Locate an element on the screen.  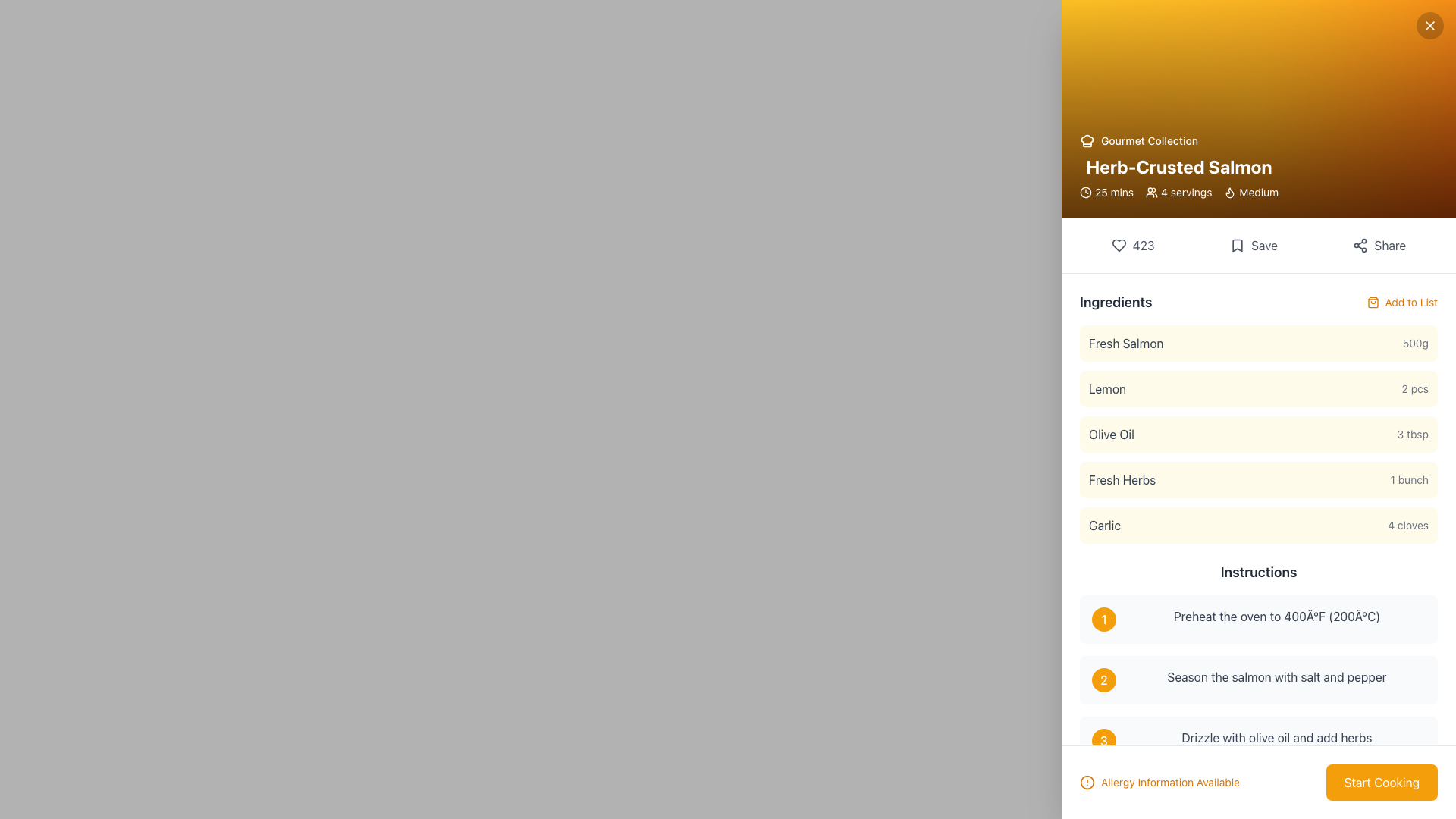
instructional text block indicating the third step in the recipe instructions, located in the center of the right-side panel under the 'Instructions' section is located at coordinates (1259, 739).